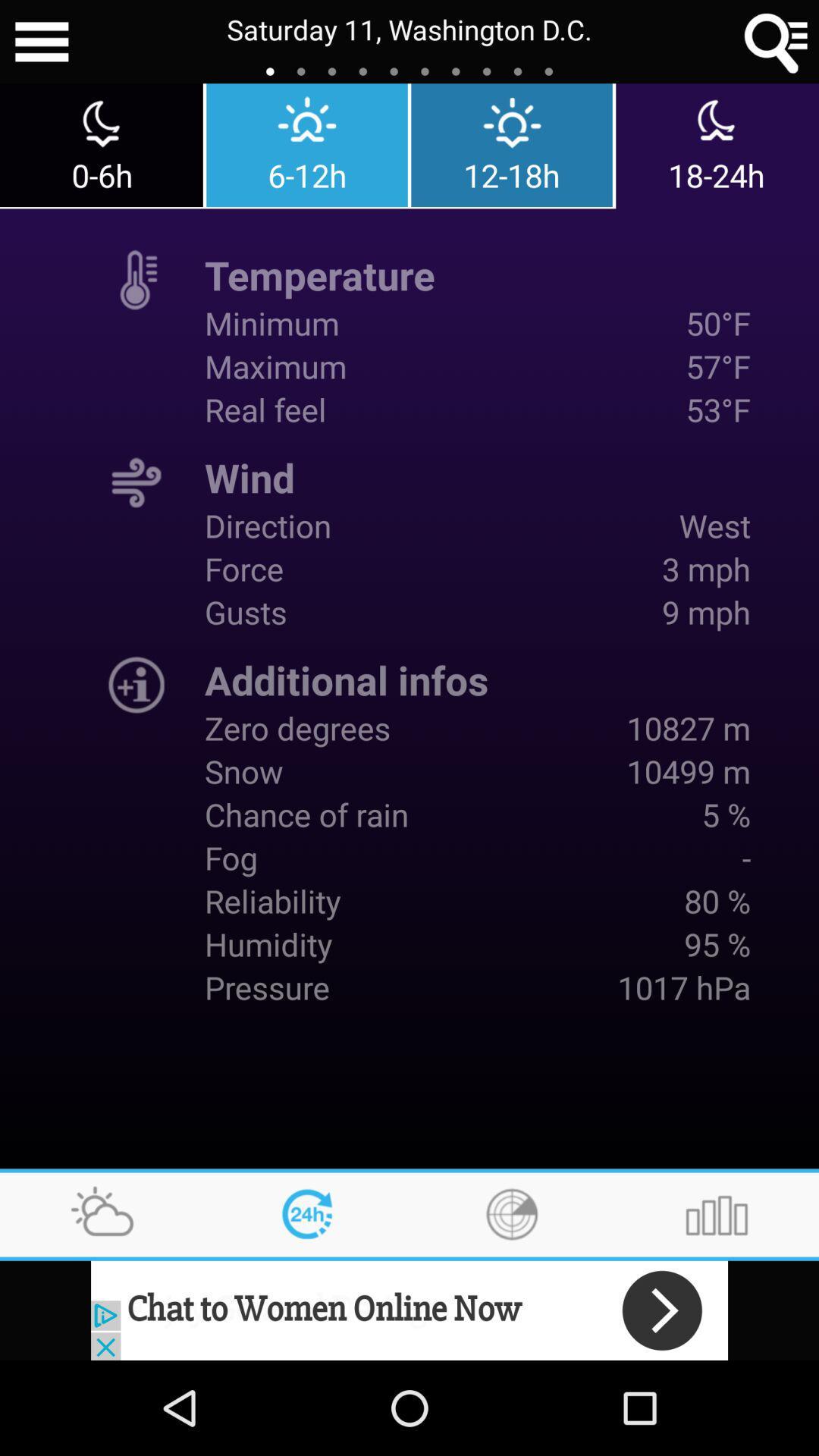  What do you see at coordinates (409, 1310) in the screenshot?
I see `advertisement` at bounding box center [409, 1310].